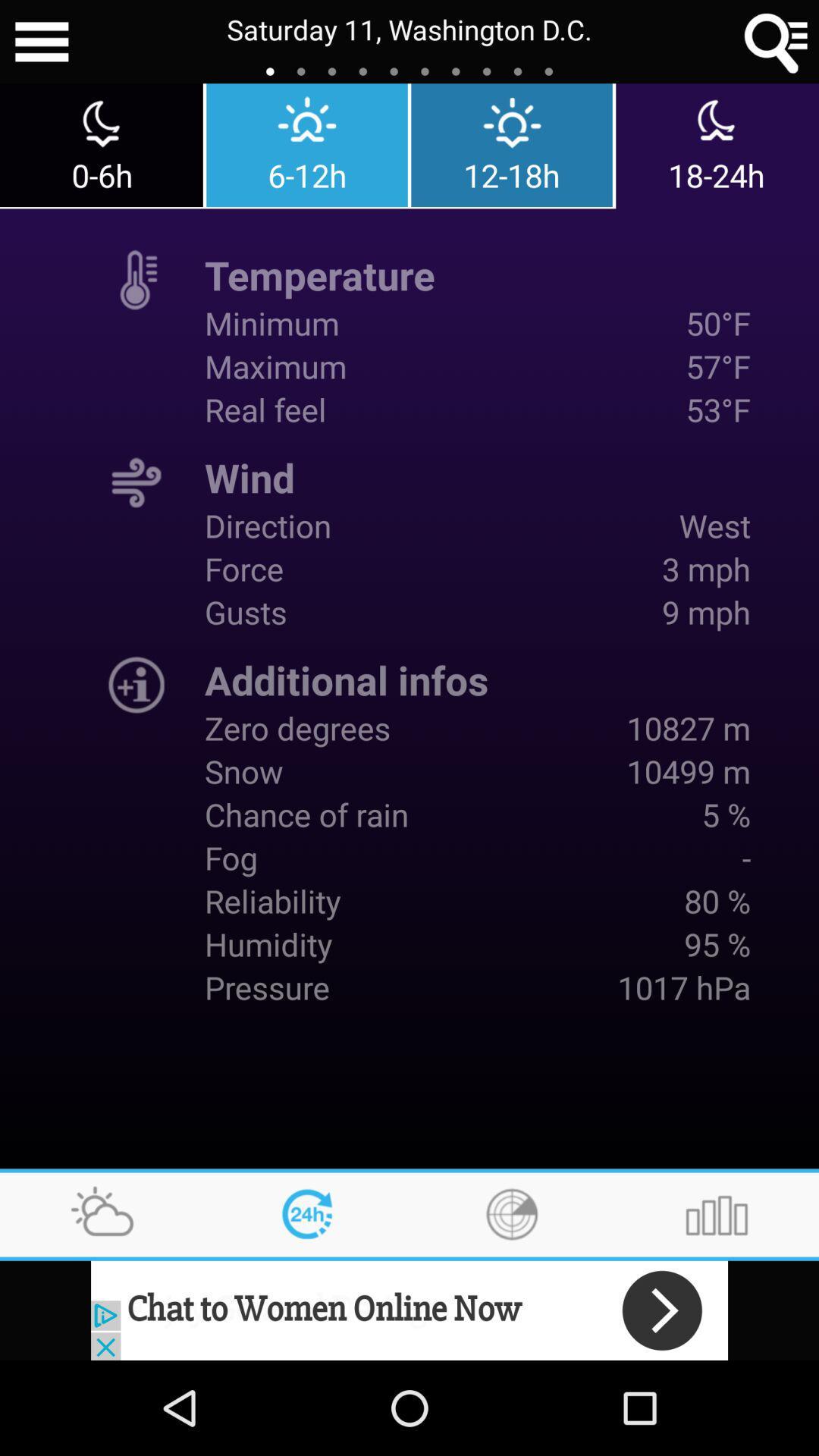  What do you see at coordinates (409, 1310) in the screenshot?
I see `advertisement` at bounding box center [409, 1310].